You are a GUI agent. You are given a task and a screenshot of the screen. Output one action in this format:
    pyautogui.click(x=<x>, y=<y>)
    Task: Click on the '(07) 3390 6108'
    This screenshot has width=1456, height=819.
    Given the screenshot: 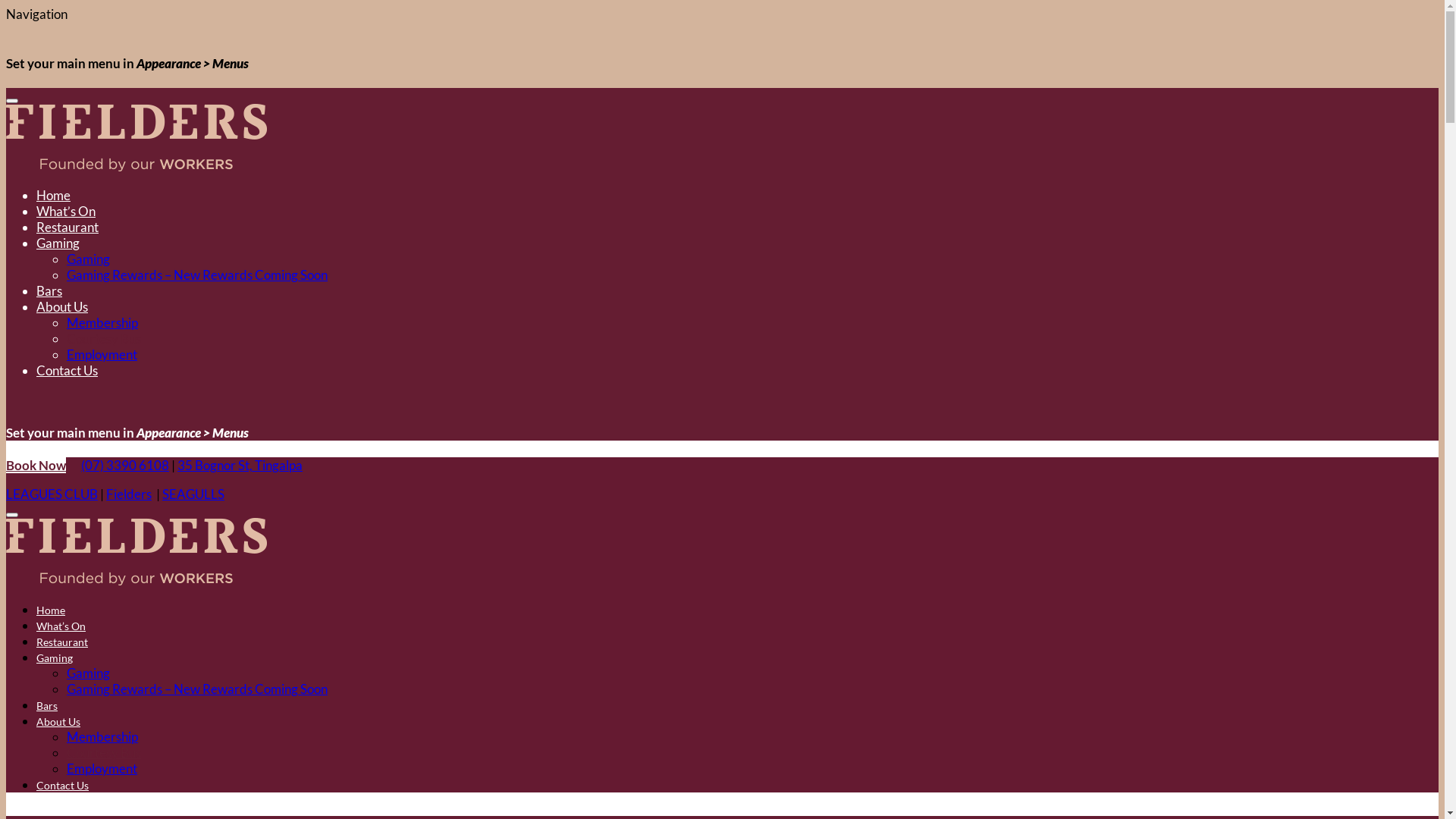 What is the action you would take?
    pyautogui.click(x=80, y=464)
    